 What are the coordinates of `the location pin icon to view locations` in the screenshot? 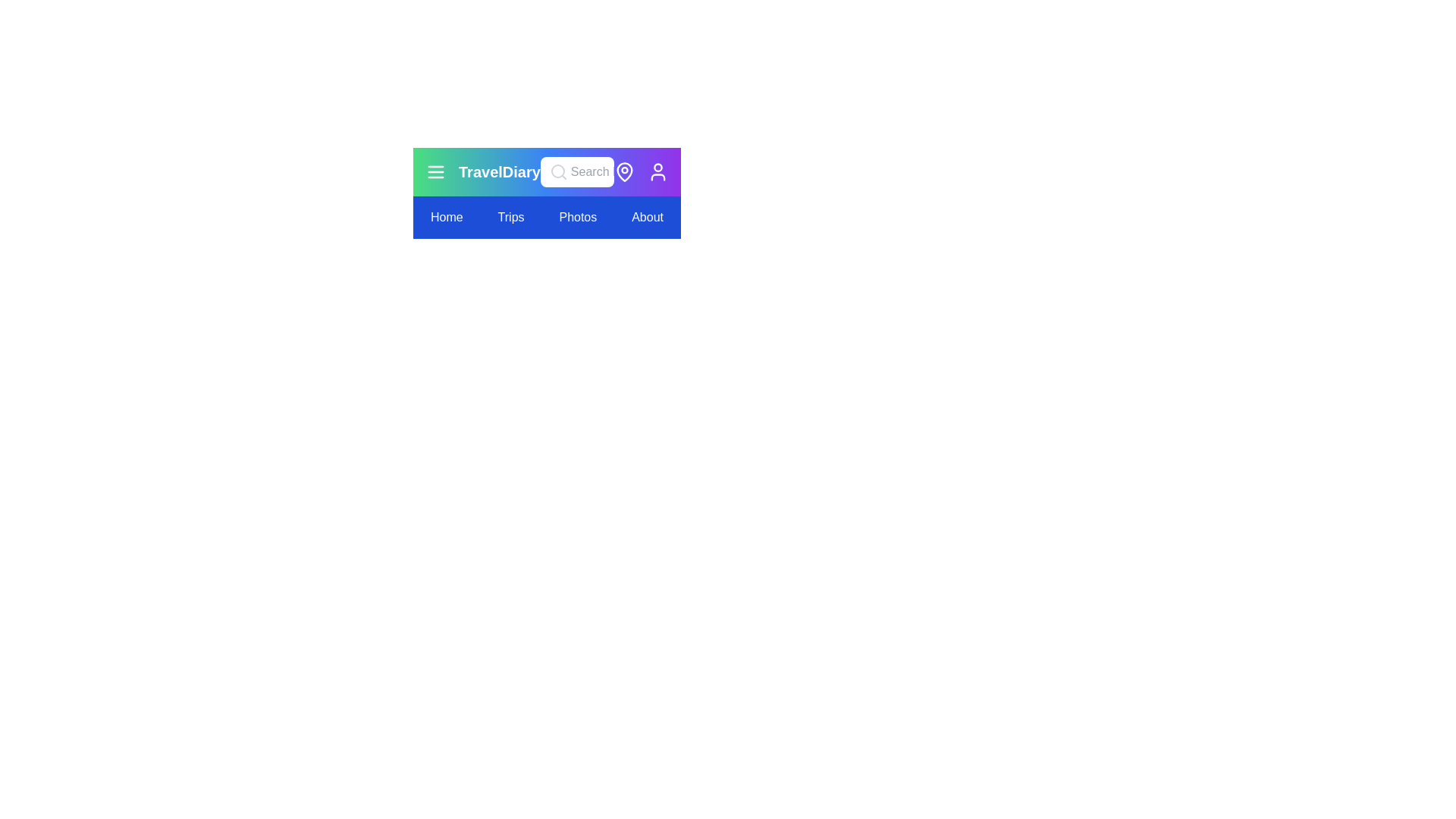 It's located at (625, 171).